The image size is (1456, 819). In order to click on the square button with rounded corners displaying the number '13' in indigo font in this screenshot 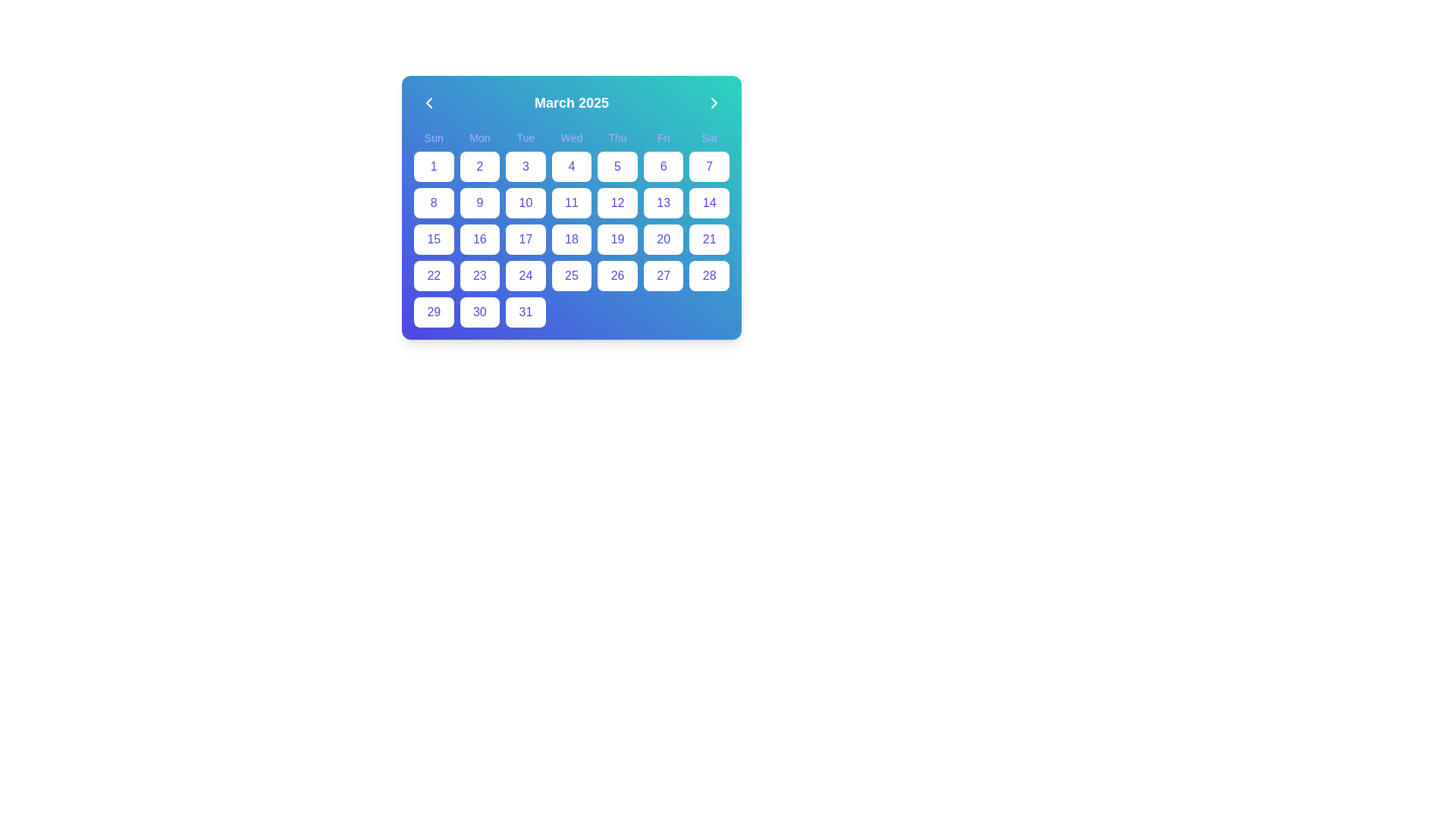, I will do `click(664, 202)`.